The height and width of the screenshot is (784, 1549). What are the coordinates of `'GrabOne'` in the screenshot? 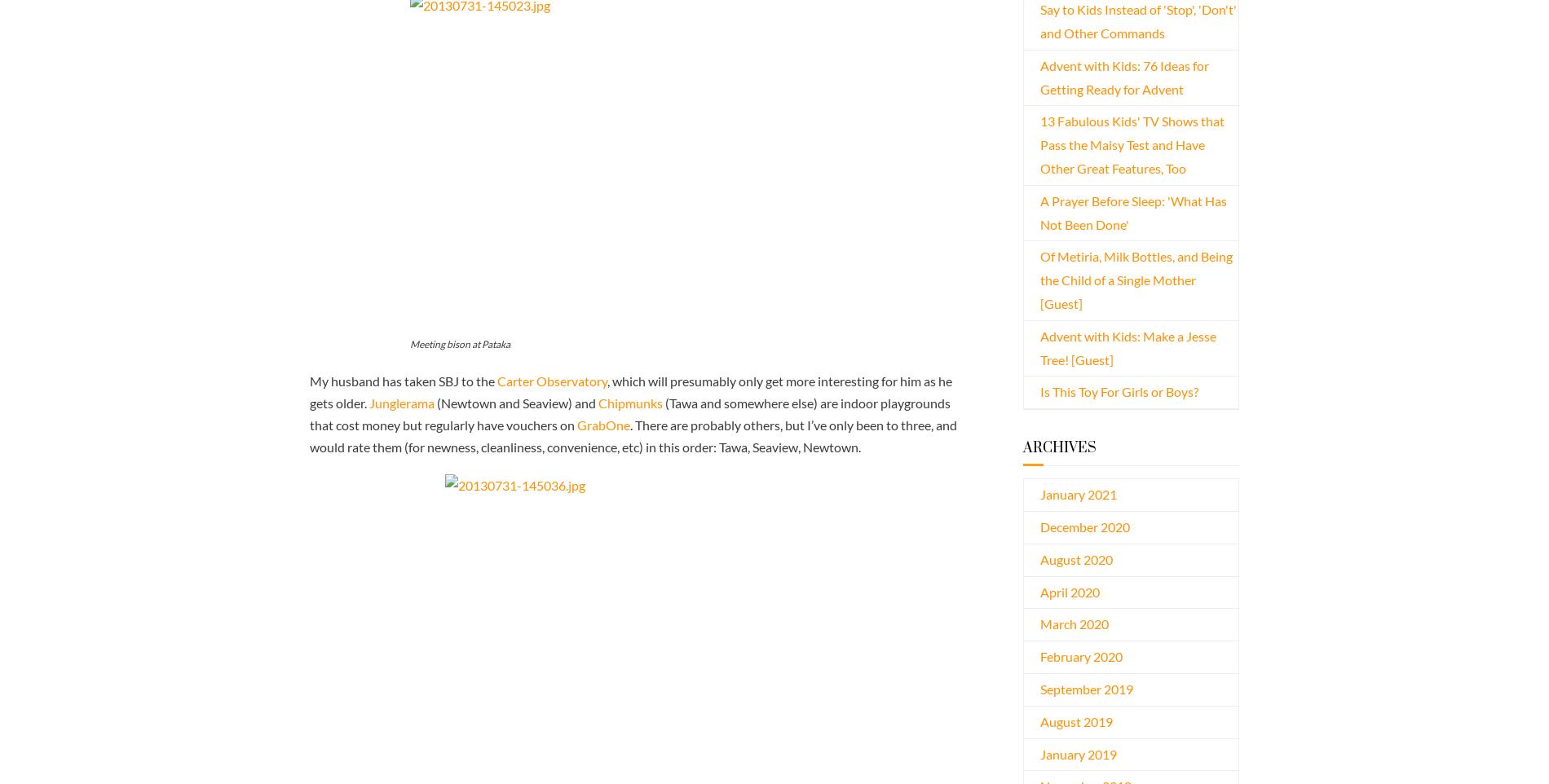 It's located at (576, 423).